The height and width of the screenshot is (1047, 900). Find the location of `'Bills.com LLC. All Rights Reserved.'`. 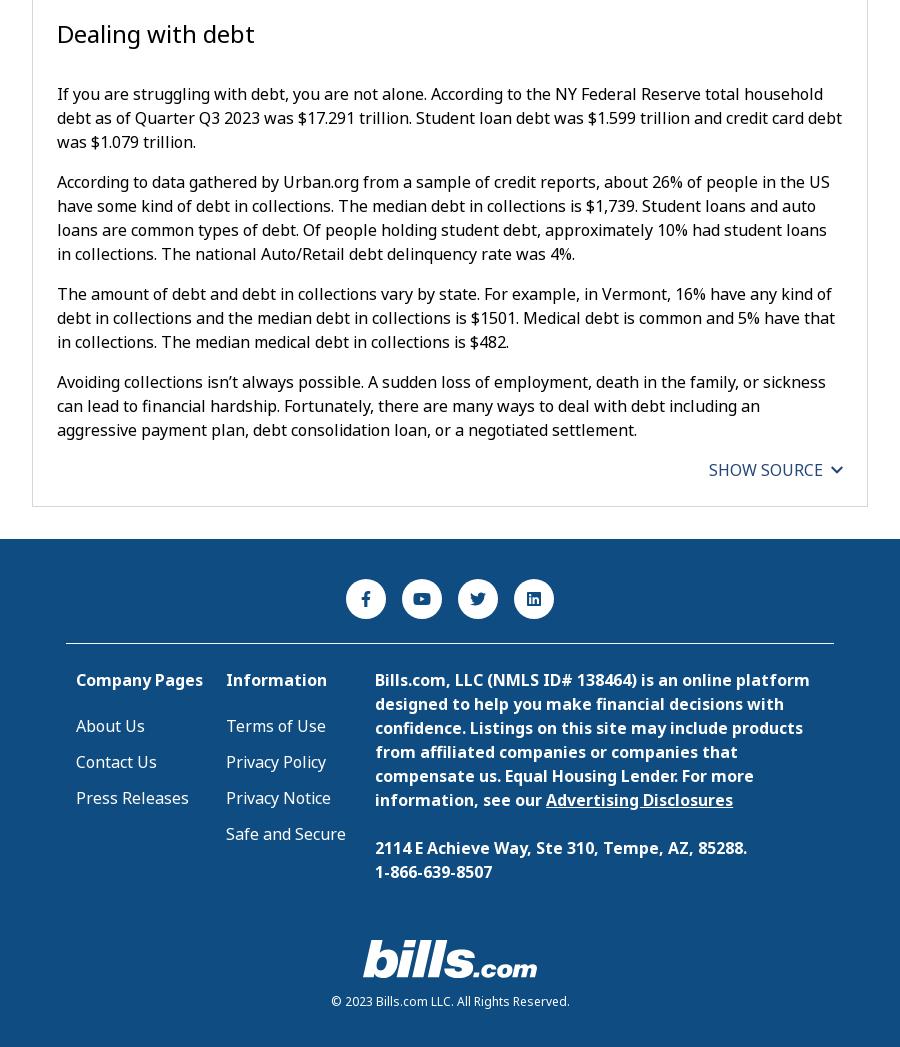

'Bills.com LLC. All Rights Reserved.' is located at coordinates (469, 1001).